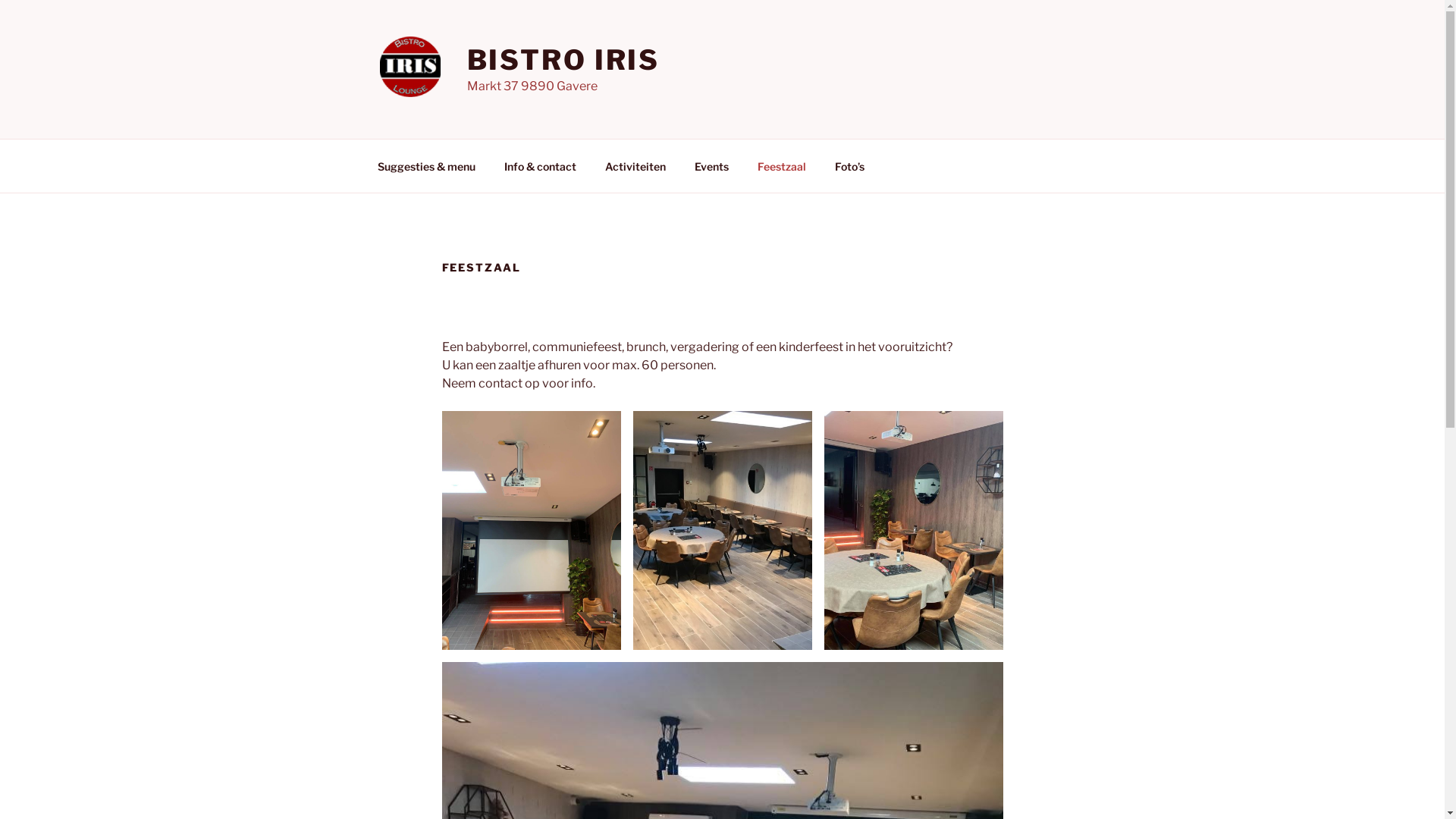 The image size is (1456, 819). Describe the element at coordinates (541, 165) in the screenshot. I see `'Info & contact'` at that location.